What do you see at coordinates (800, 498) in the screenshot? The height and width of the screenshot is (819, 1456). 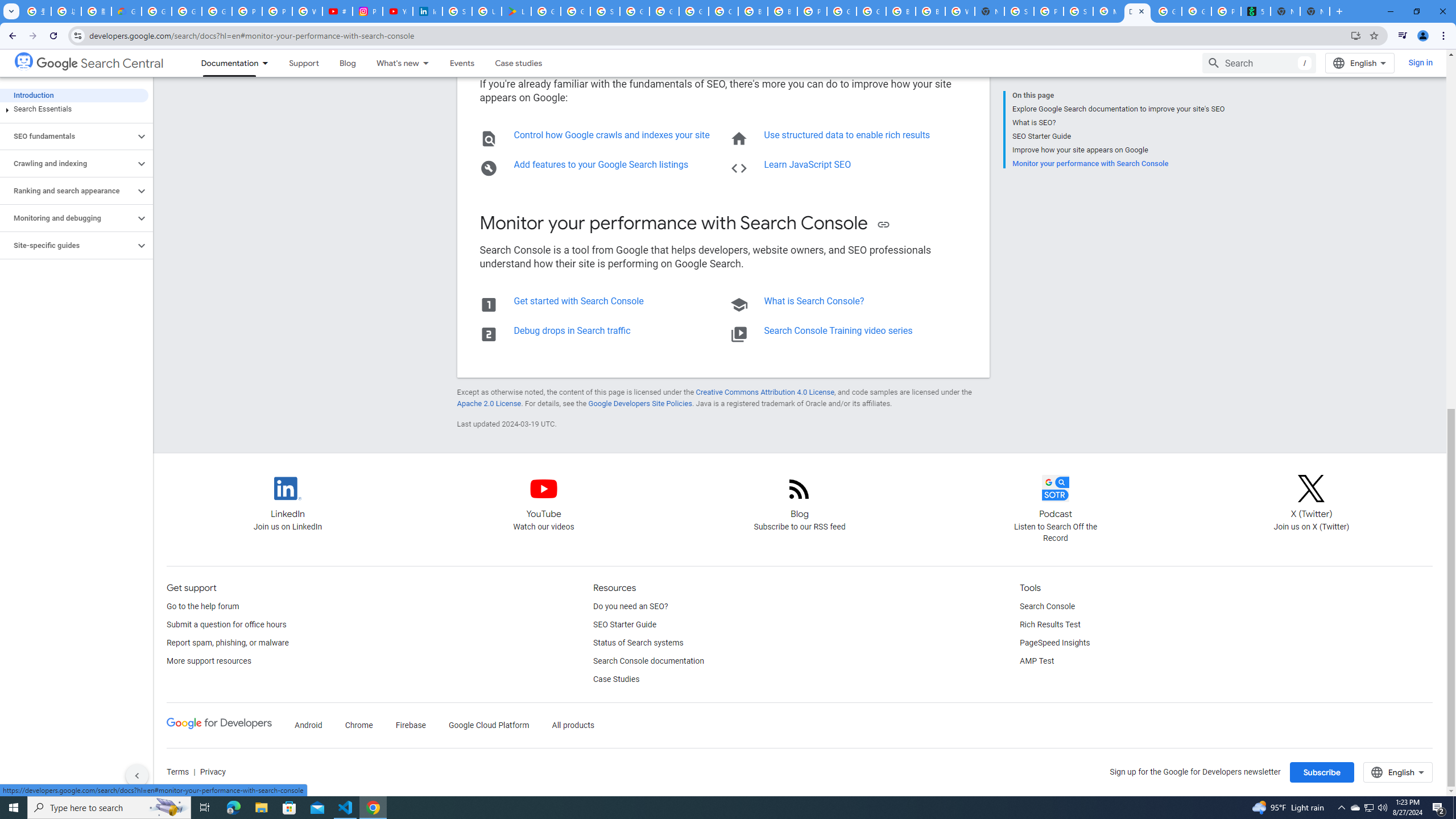 I see `'RSS feed for the Search Central Blog'` at bounding box center [800, 498].